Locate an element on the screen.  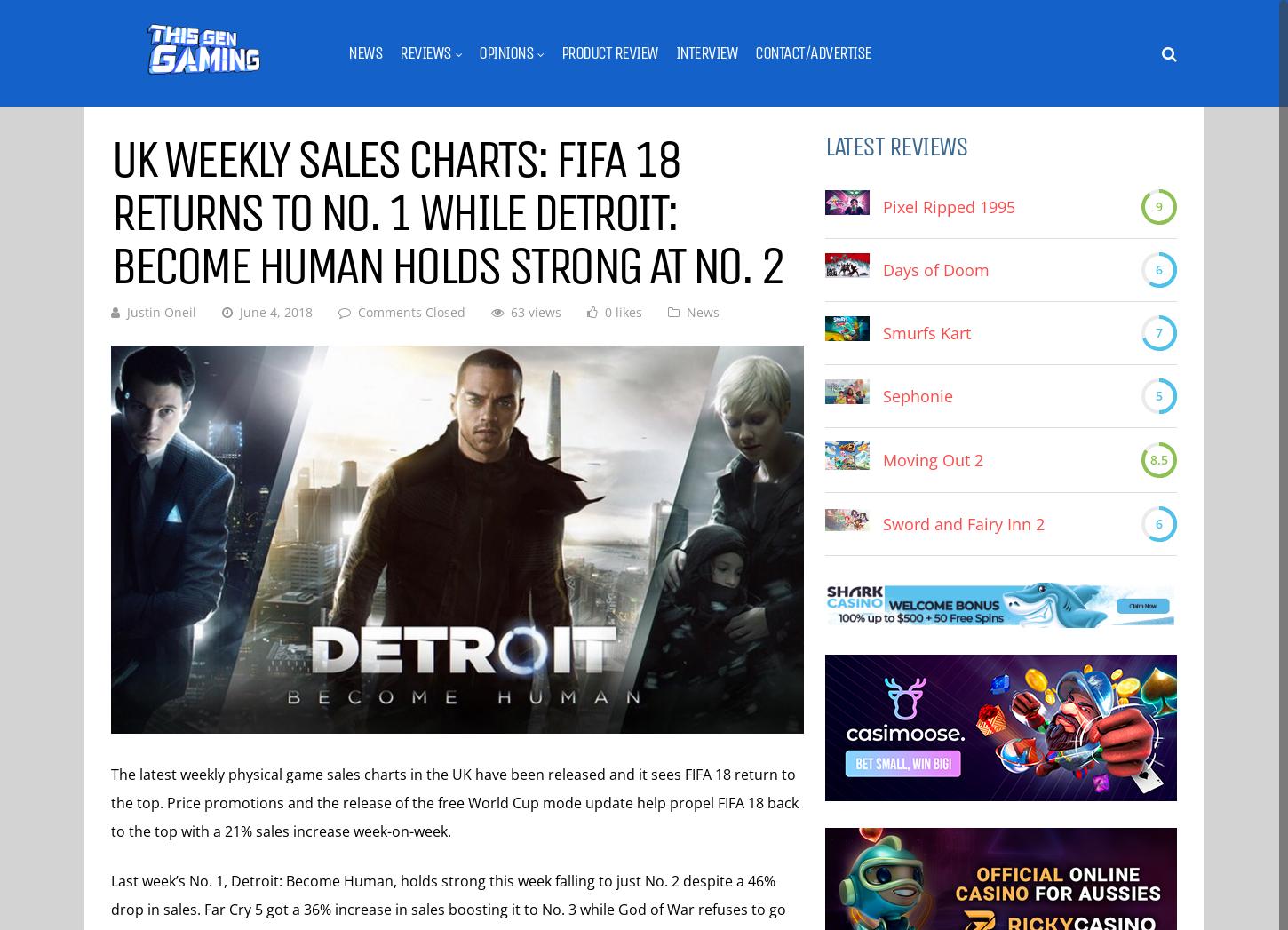
'Opinions' is located at coordinates (505, 52).